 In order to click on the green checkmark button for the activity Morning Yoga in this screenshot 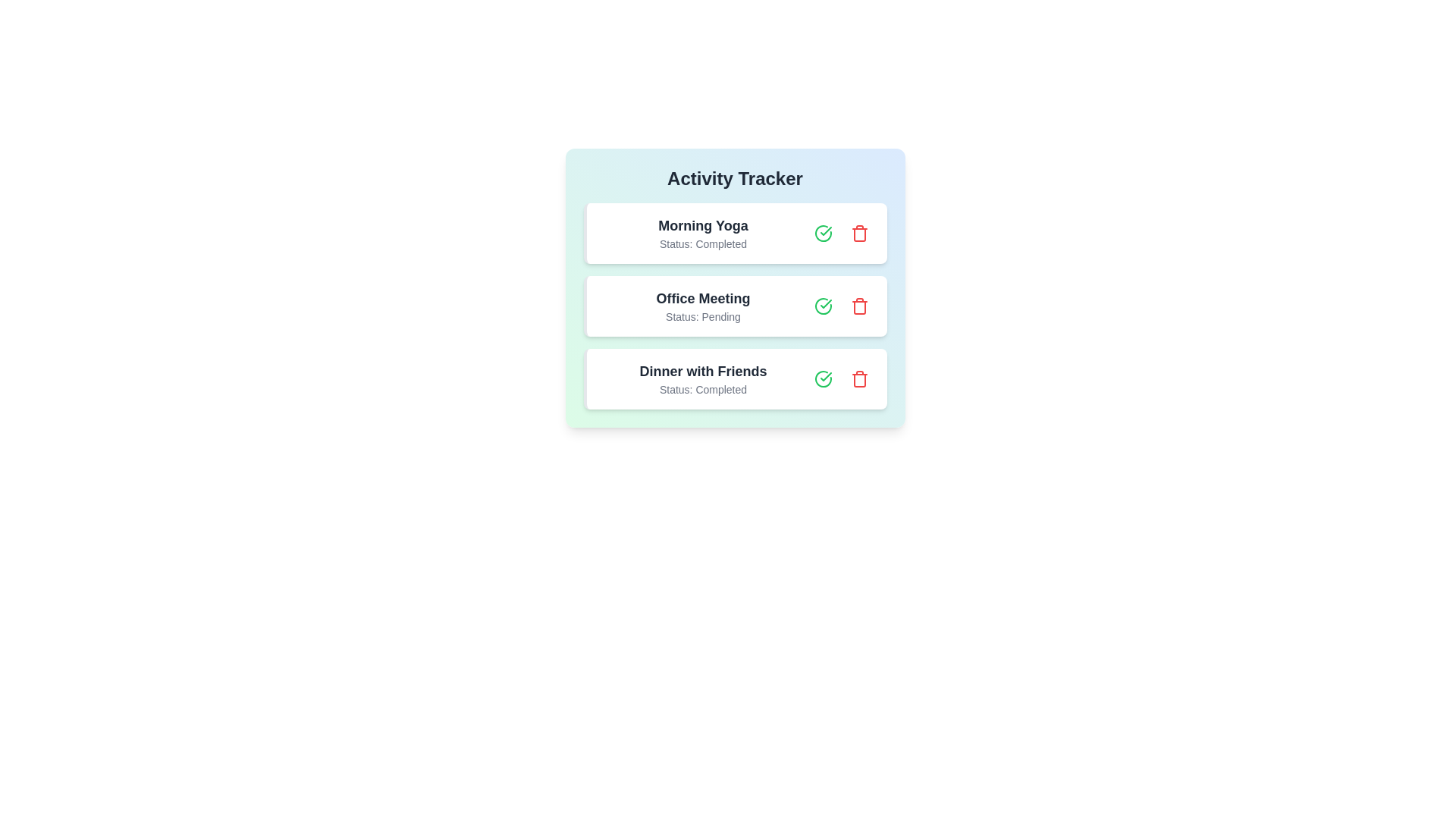, I will do `click(822, 234)`.